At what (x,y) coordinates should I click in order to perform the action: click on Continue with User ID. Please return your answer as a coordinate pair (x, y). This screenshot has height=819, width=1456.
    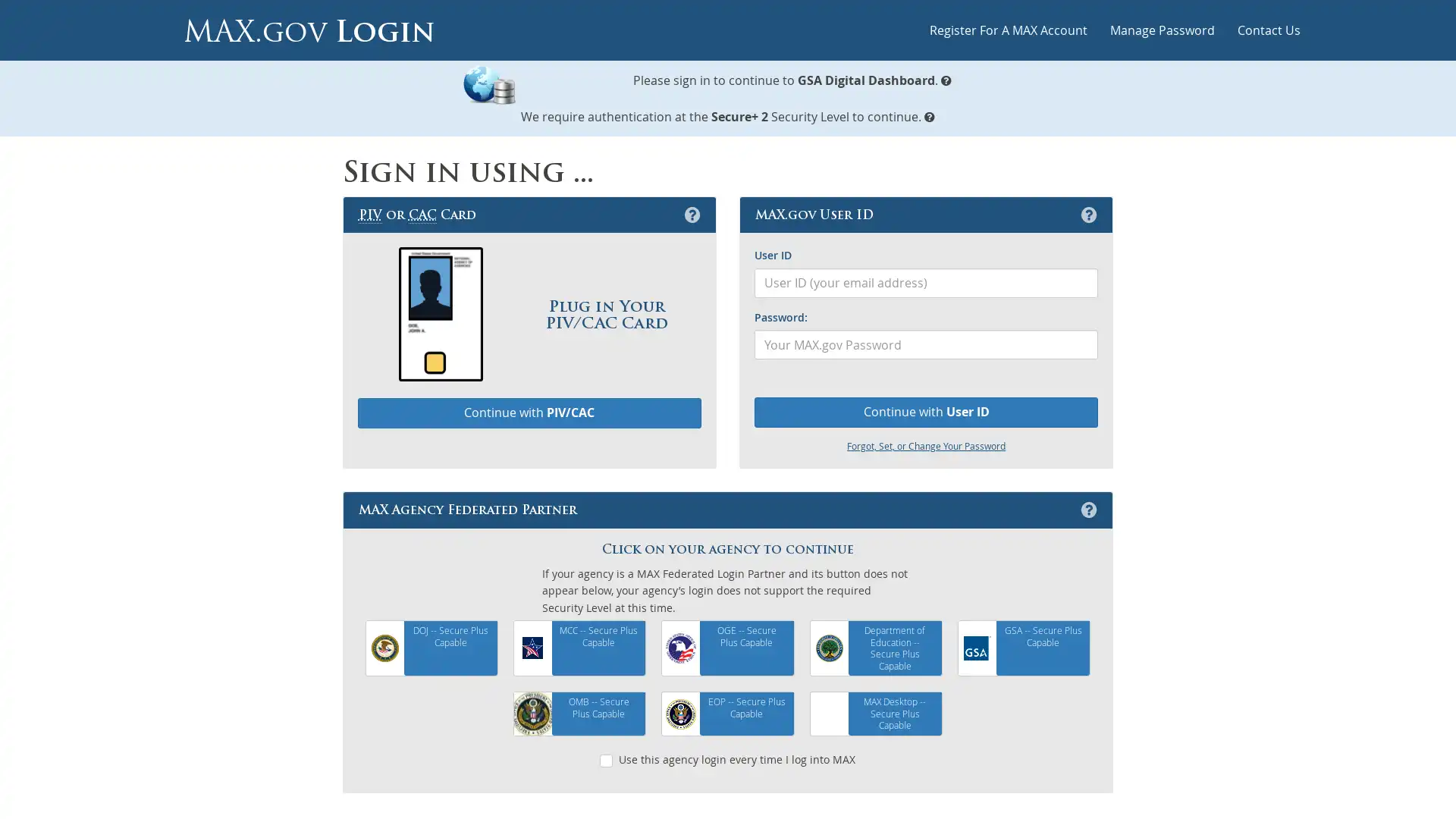
    Looking at the image, I should click on (924, 412).